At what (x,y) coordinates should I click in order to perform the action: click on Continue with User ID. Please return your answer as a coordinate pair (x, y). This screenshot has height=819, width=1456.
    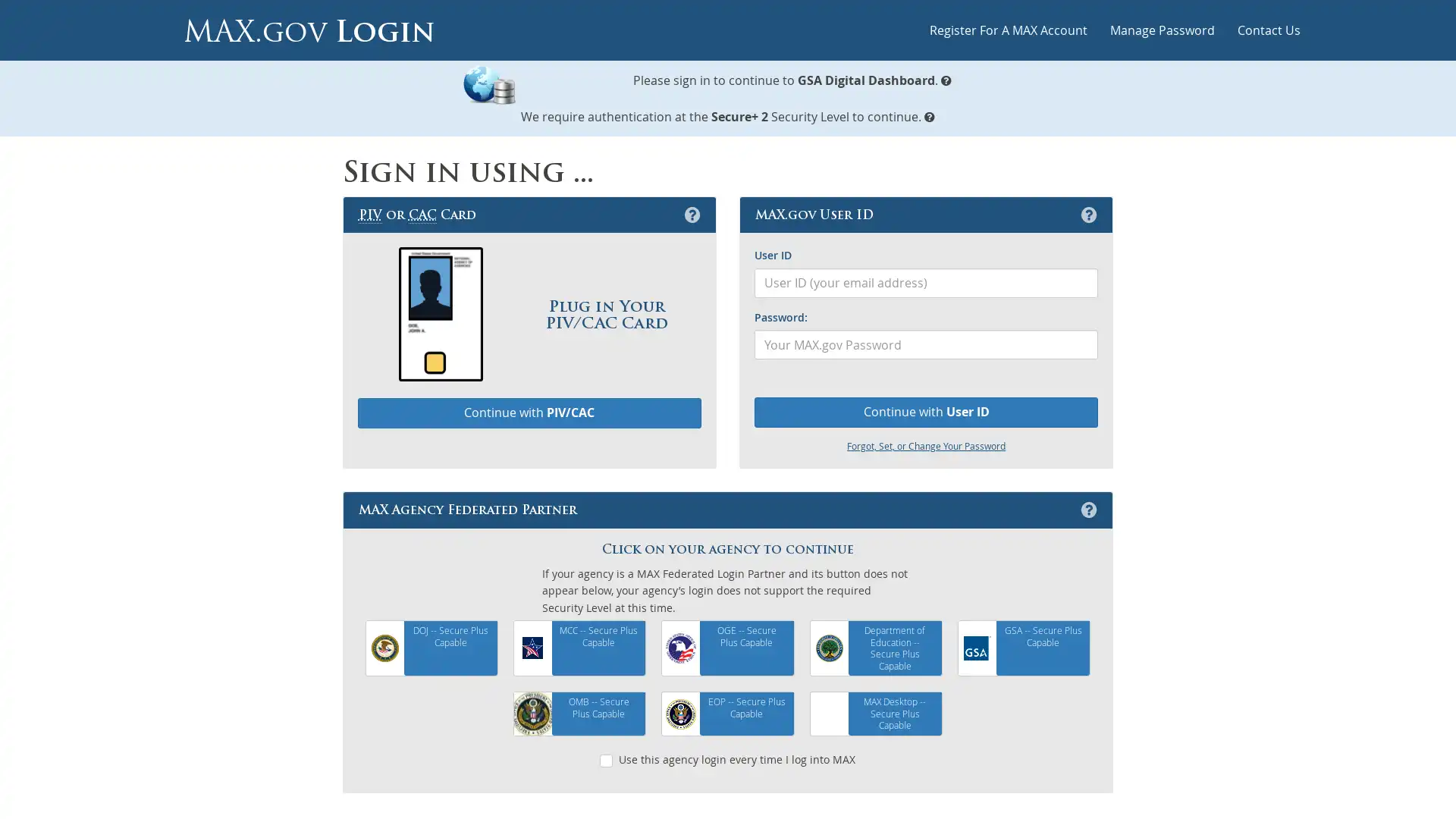
    Looking at the image, I should click on (924, 412).